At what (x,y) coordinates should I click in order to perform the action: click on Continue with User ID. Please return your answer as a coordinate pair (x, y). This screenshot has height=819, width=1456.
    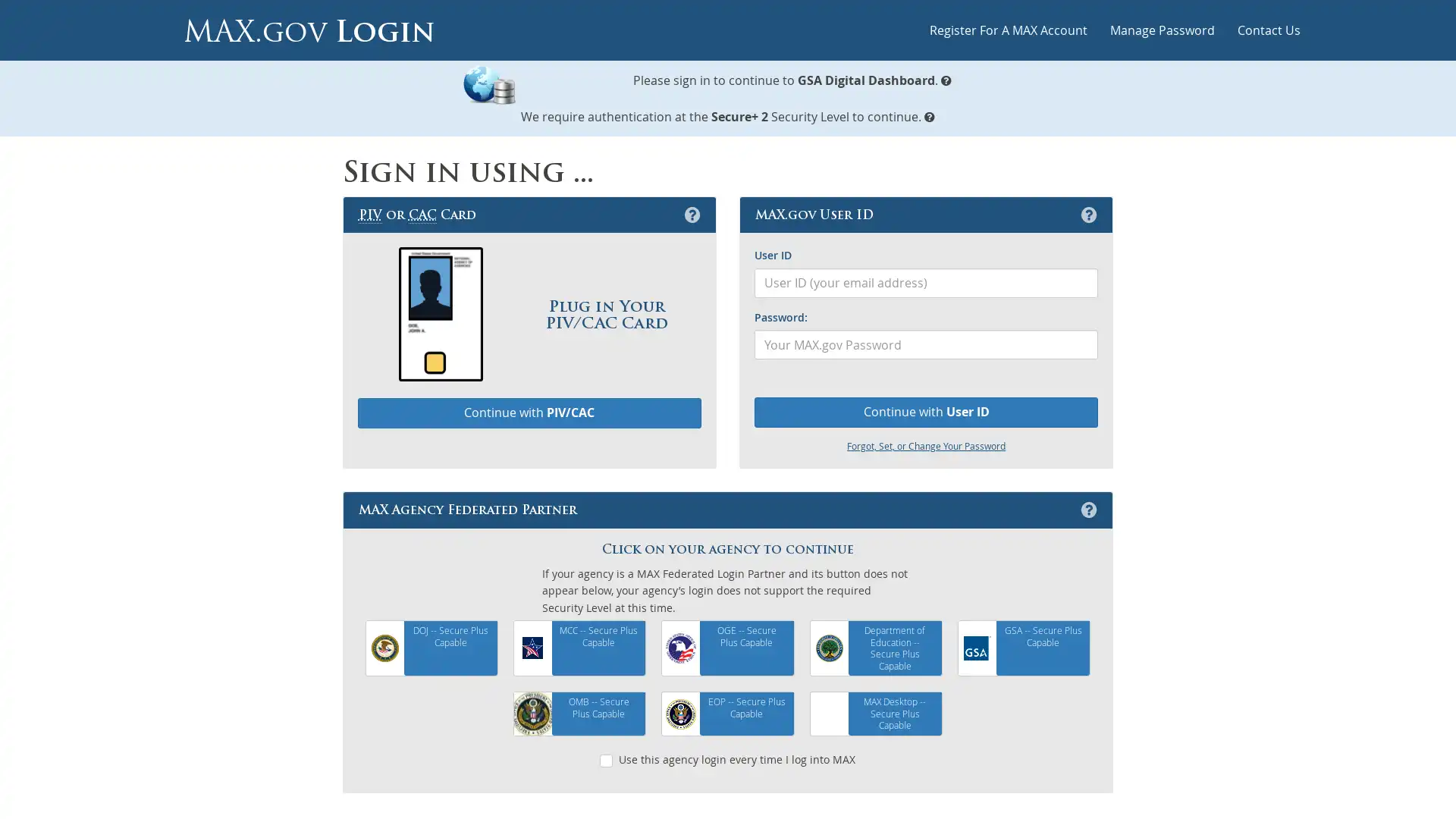
    Looking at the image, I should click on (924, 412).